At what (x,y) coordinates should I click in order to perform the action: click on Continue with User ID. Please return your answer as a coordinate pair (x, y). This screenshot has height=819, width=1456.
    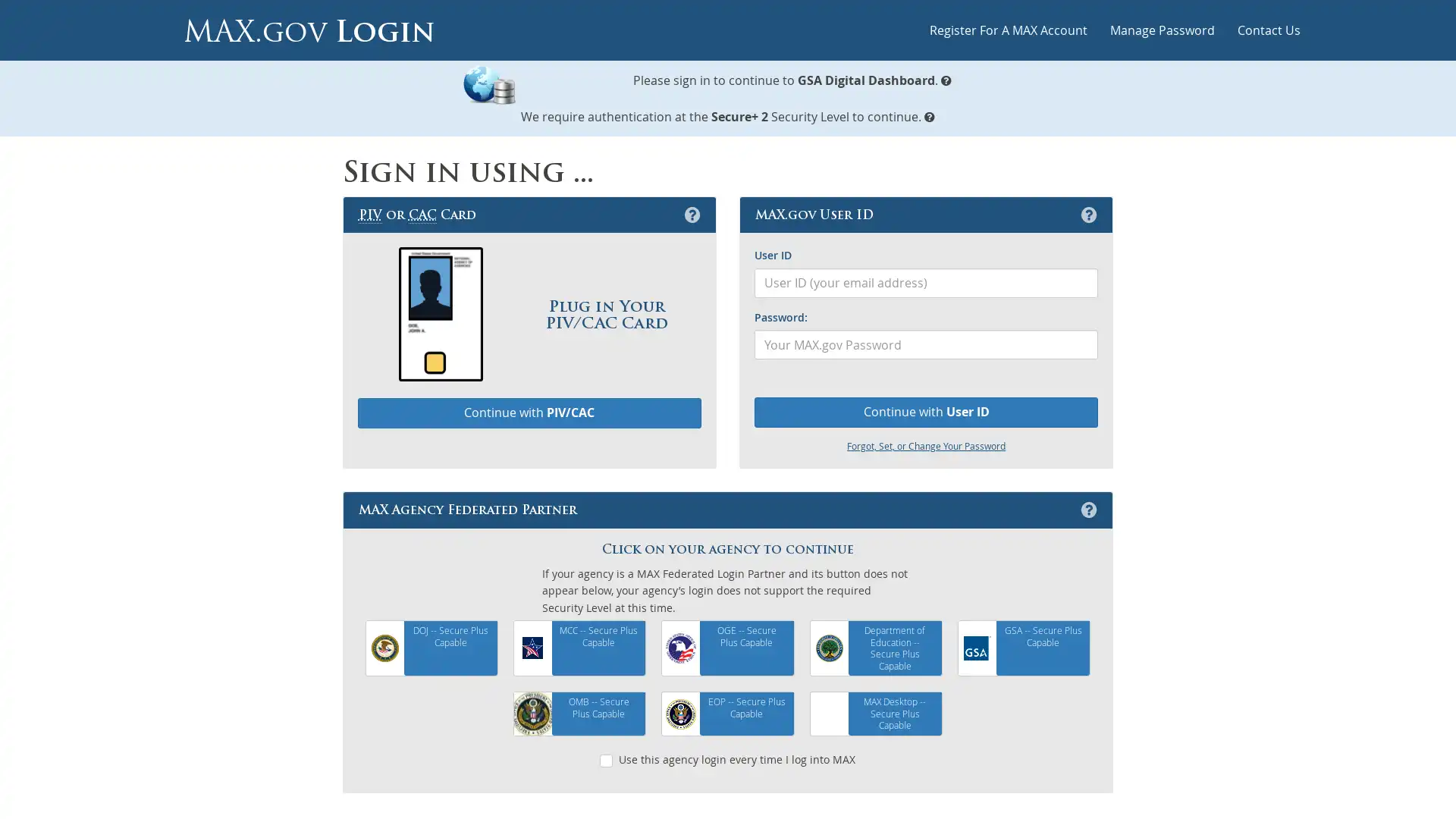
    Looking at the image, I should click on (924, 412).